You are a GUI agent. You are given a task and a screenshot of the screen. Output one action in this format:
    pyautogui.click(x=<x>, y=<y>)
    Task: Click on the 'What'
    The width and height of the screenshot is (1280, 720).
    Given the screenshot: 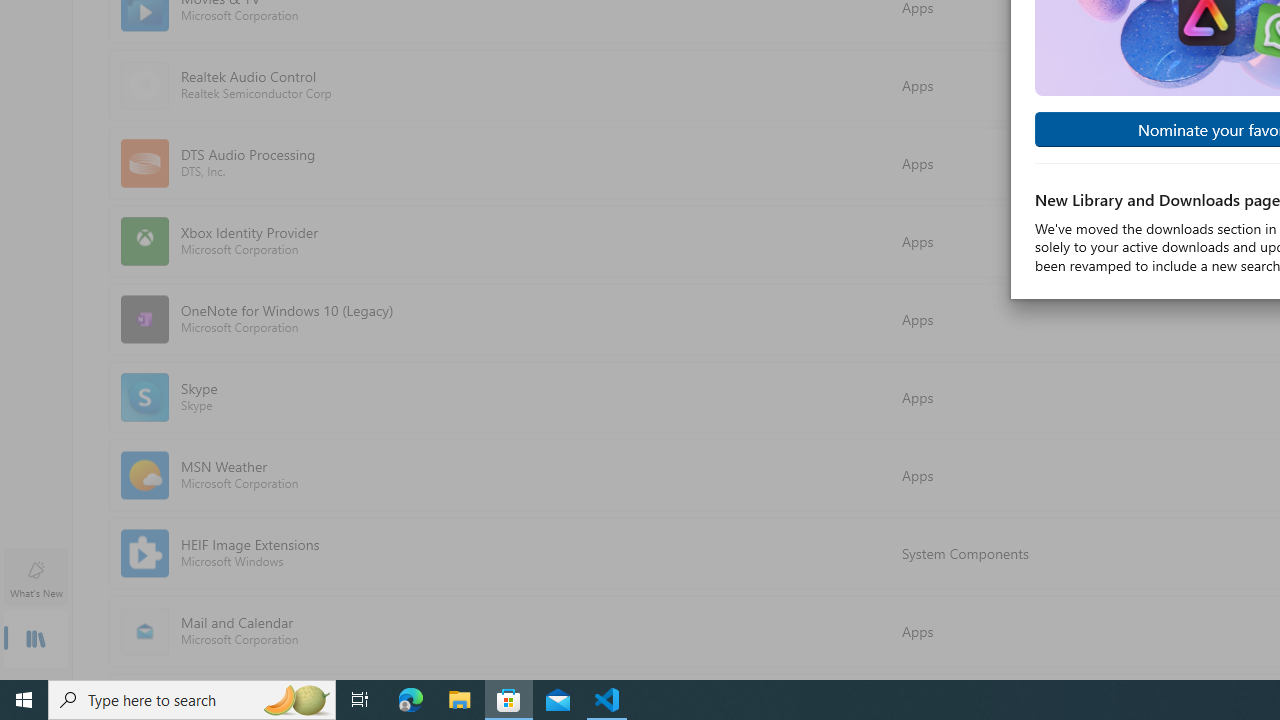 What is the action you would take?
    pyautogui.click(x=35, y=578)
    